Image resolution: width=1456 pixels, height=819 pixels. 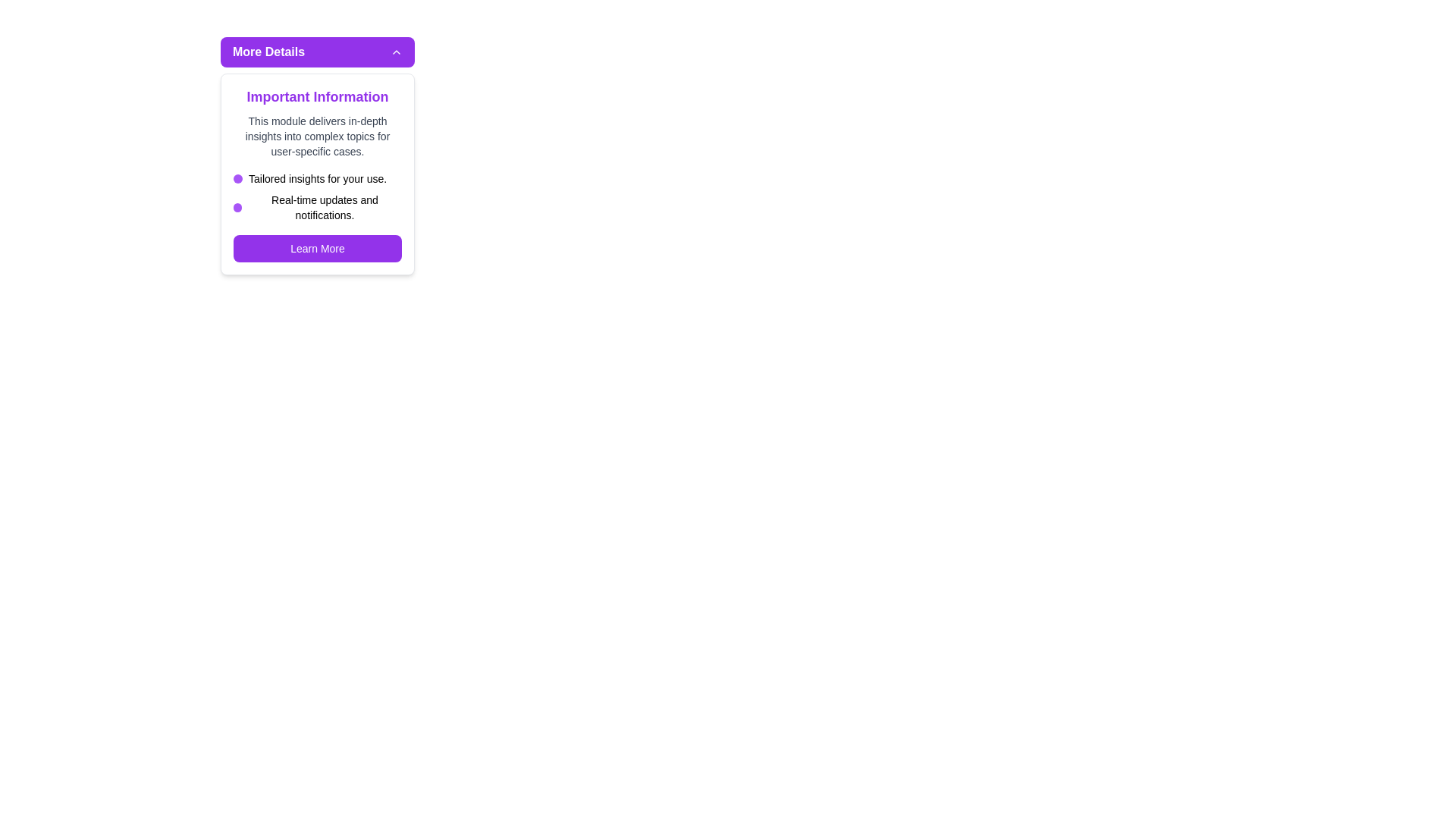 I want to click on the upward arrow icon located in the top-right corner of the 'More Details' button within the purple header section of the card, so click(x=397, y=52).